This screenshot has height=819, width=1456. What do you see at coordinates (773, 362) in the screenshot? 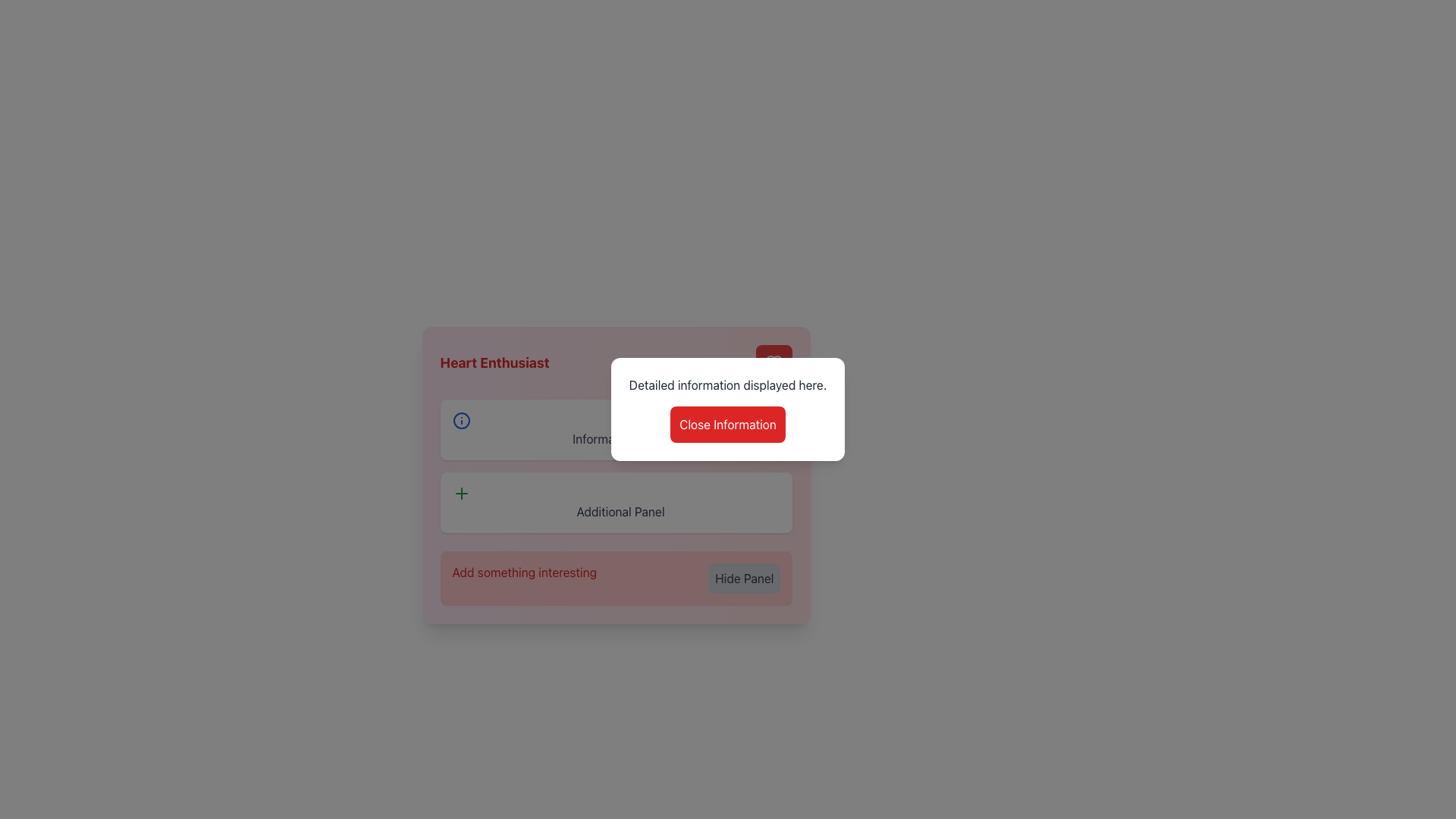
I see `the heart-shaped icon, which is outlined in white and located within a red circular button at the top-right corner of the modal dialog` at bounding box center [773, 362].